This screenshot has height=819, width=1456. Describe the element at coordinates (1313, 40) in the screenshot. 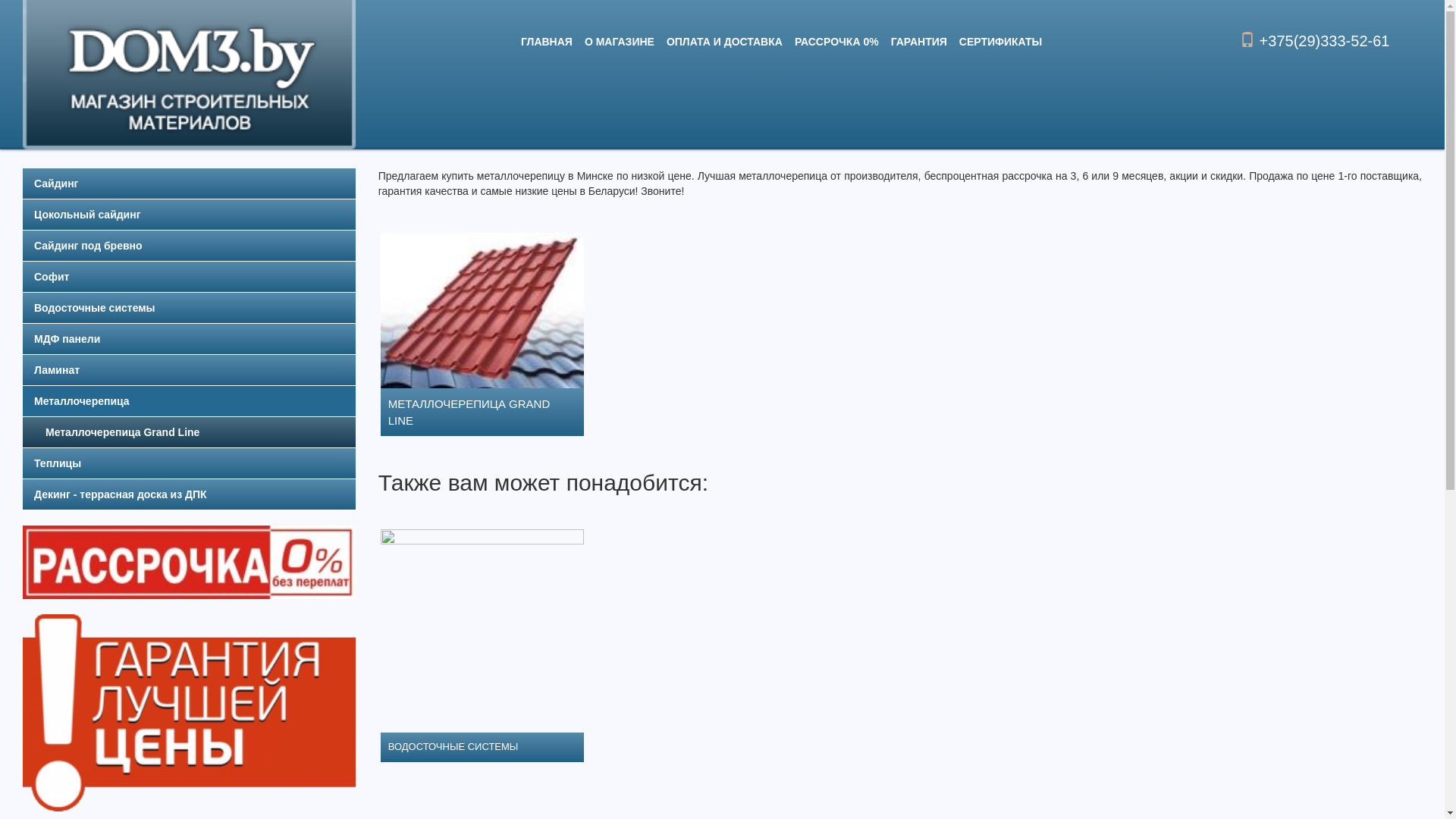

I see `'+375(29)333-52-61'` at that location.